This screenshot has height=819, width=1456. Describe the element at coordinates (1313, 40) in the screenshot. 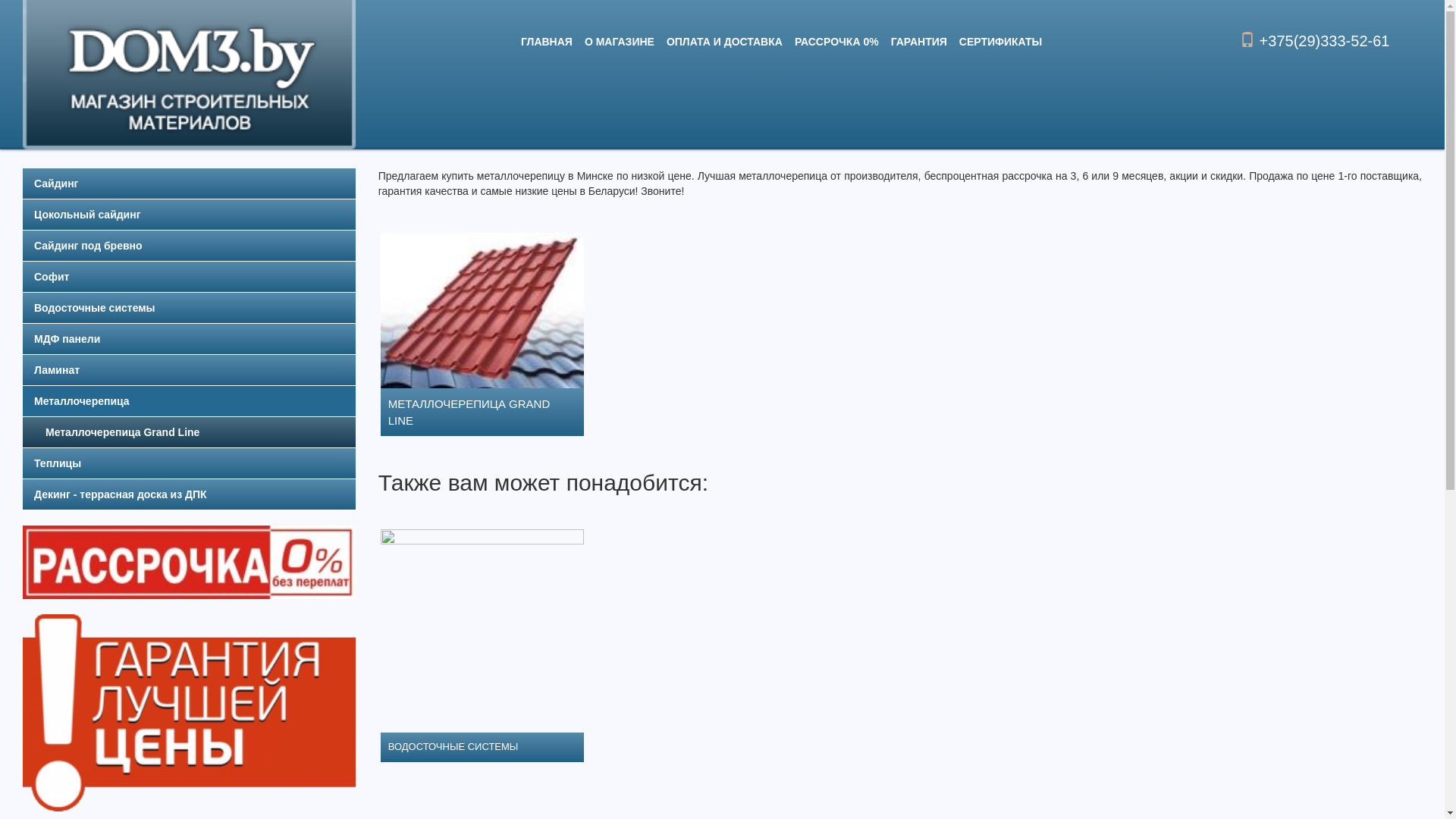

I see `'+375(29)333-52-61'` at that location.